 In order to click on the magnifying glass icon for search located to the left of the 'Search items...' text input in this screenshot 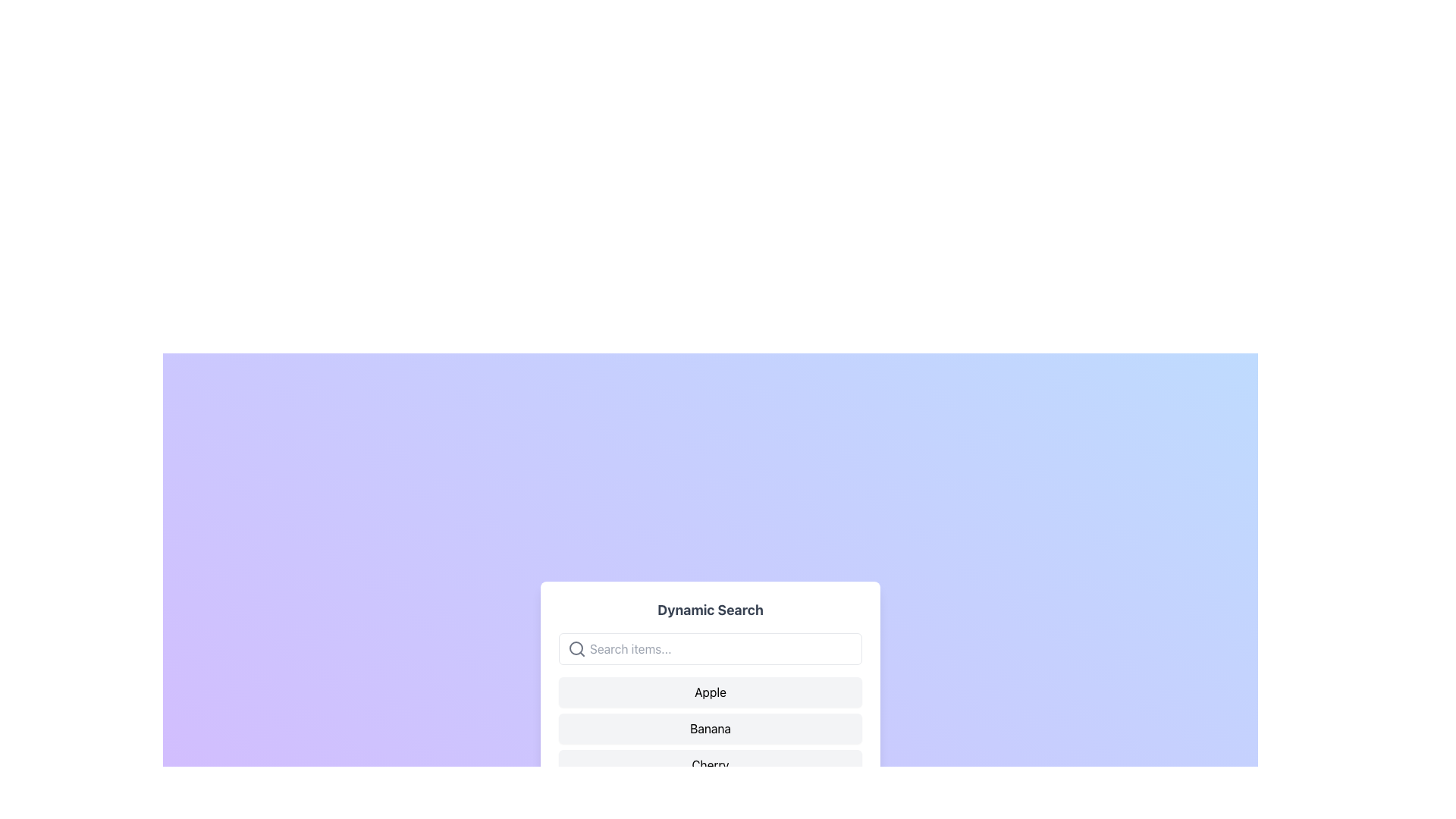, I will do `click(576, 648)`.